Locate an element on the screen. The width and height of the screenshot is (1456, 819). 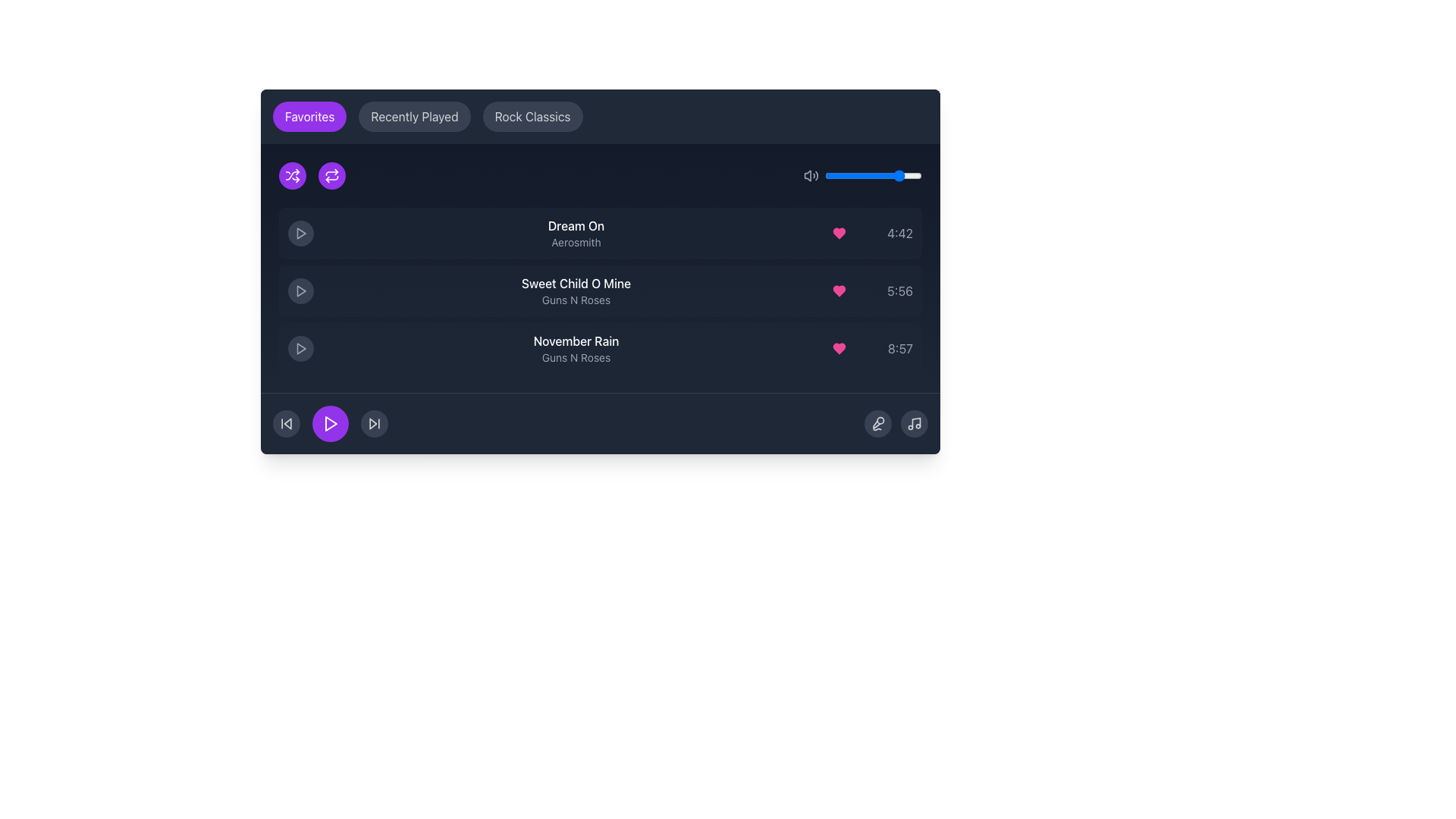
the play button, which is a right-pointing triangle icon with a purple circular background located in the central bottom section of the interface is located at coordinates (330, 424).